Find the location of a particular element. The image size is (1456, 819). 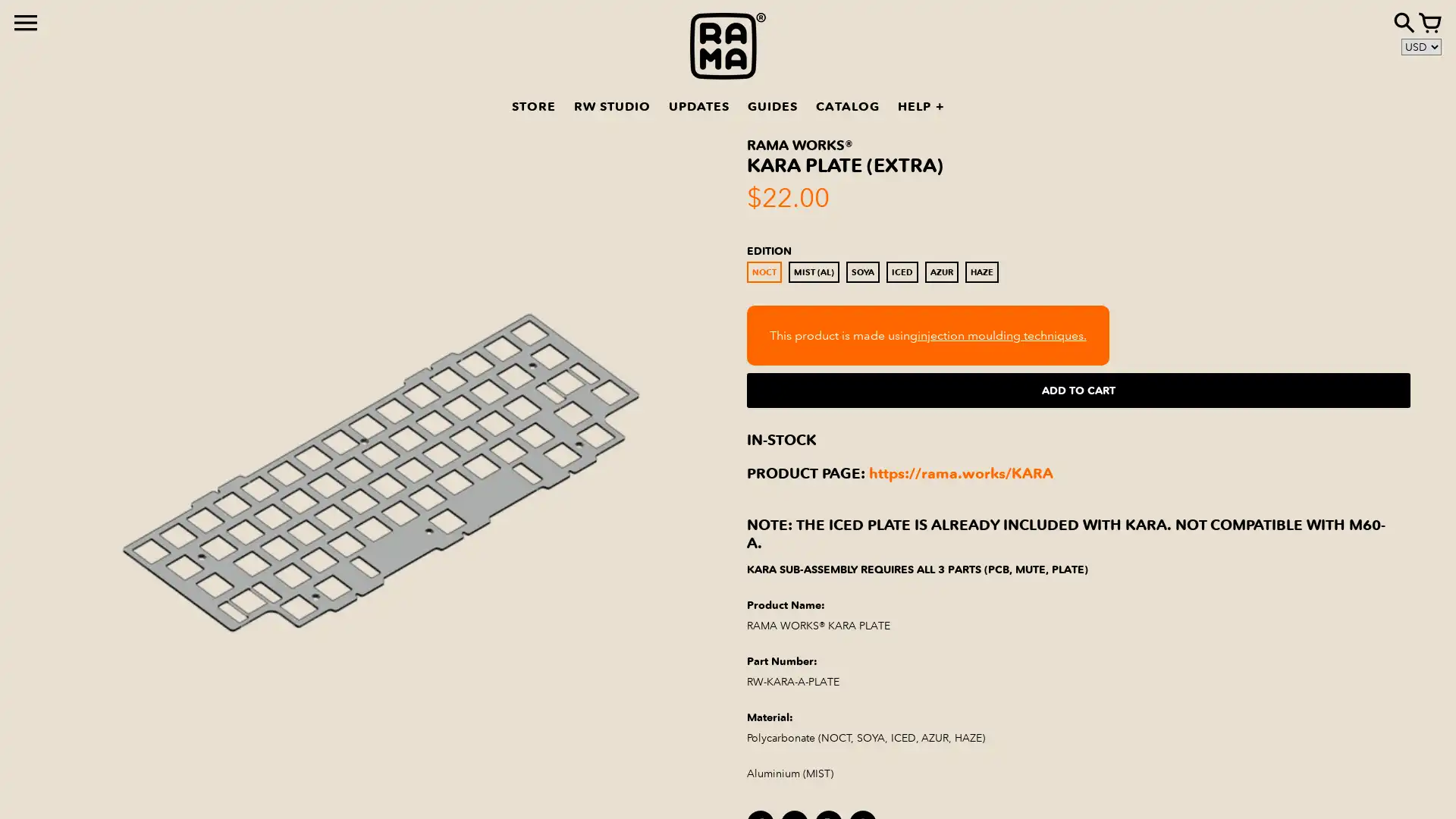

ADD TO CART is located at coordinates (1078, 390).